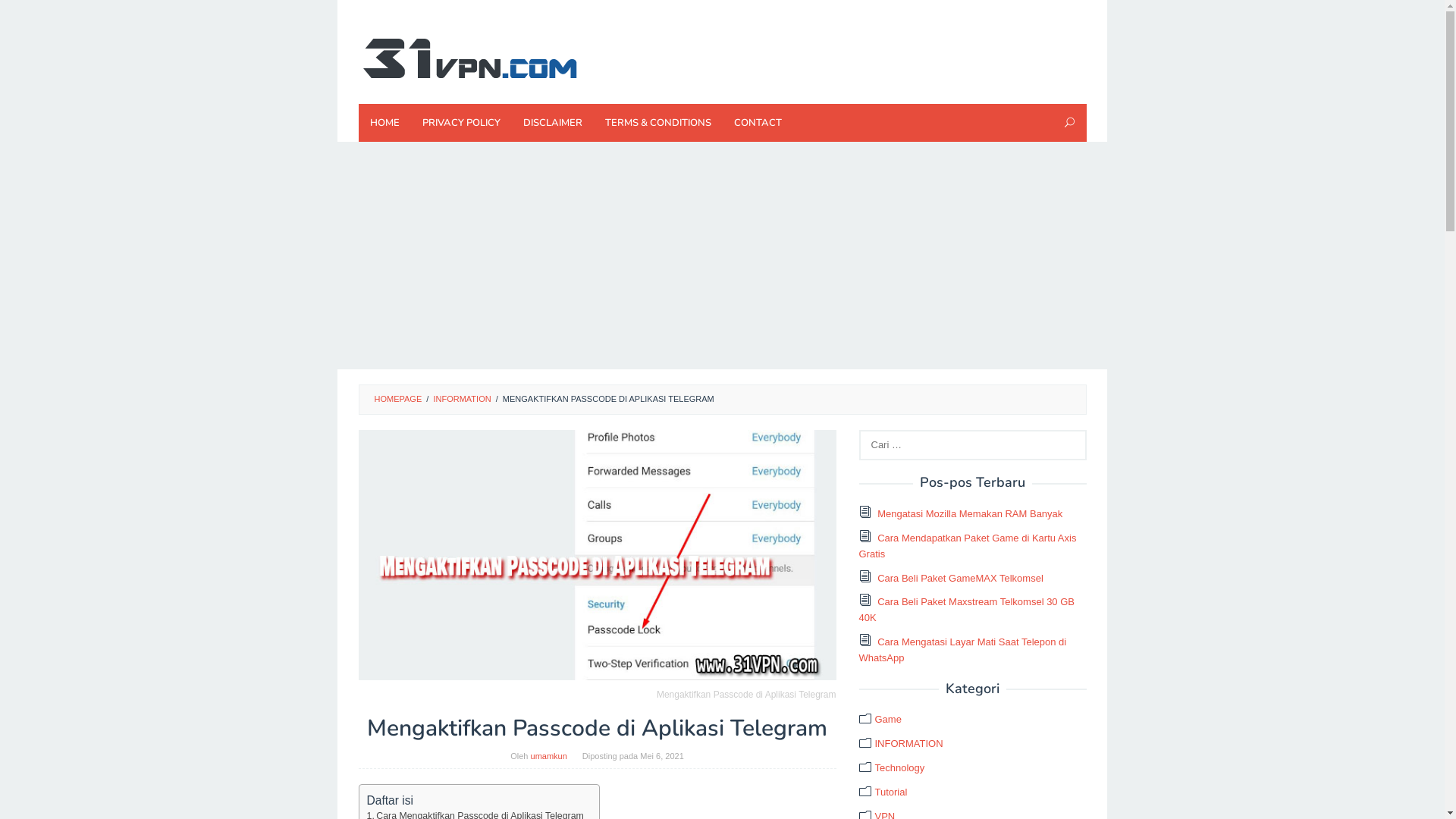 The height and width of the screenshot is (819, 1456). I want to click on 'HOME', so click(384, 122).